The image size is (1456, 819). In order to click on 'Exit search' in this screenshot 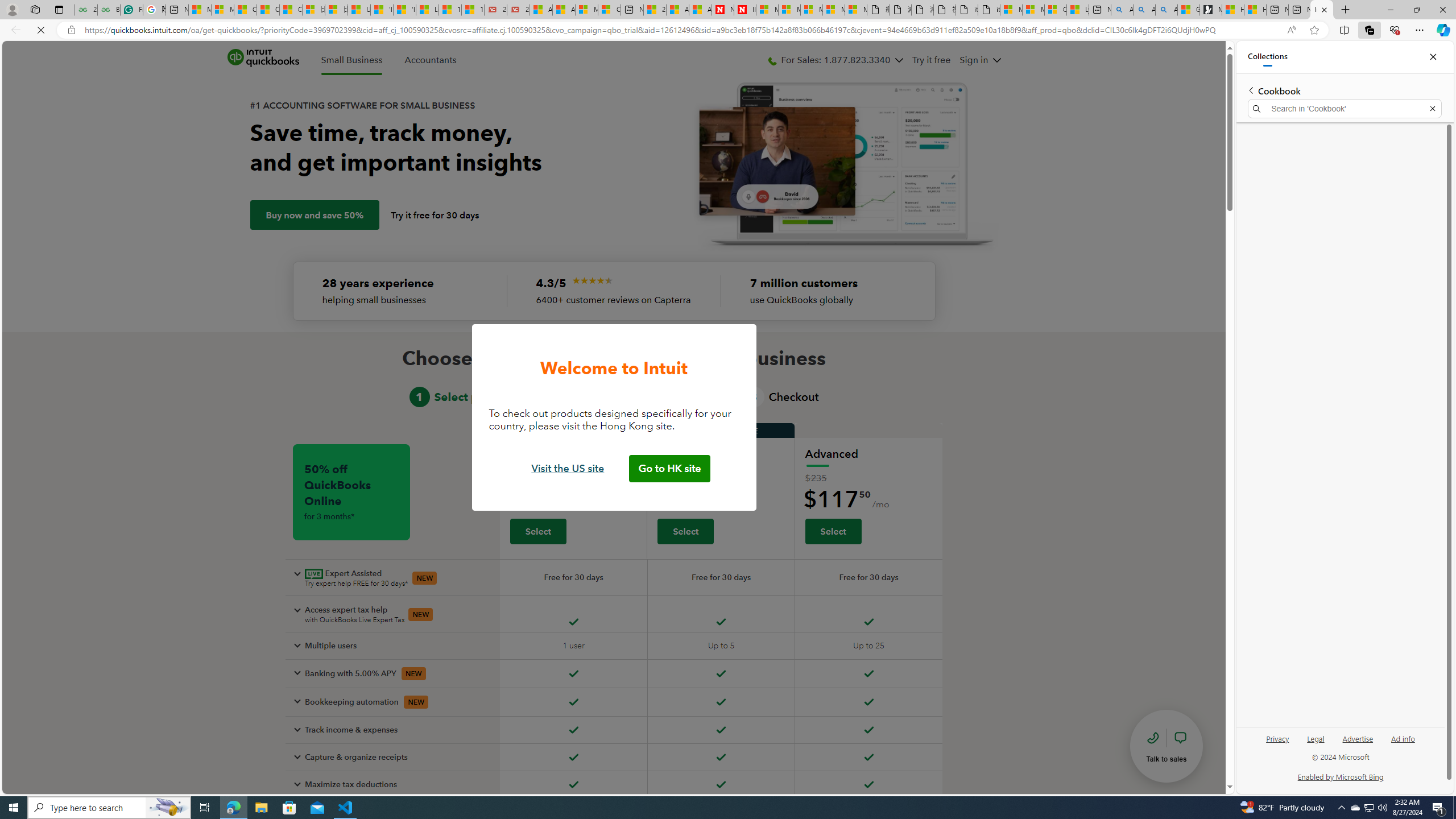, I will do `click(1433, 109)`.